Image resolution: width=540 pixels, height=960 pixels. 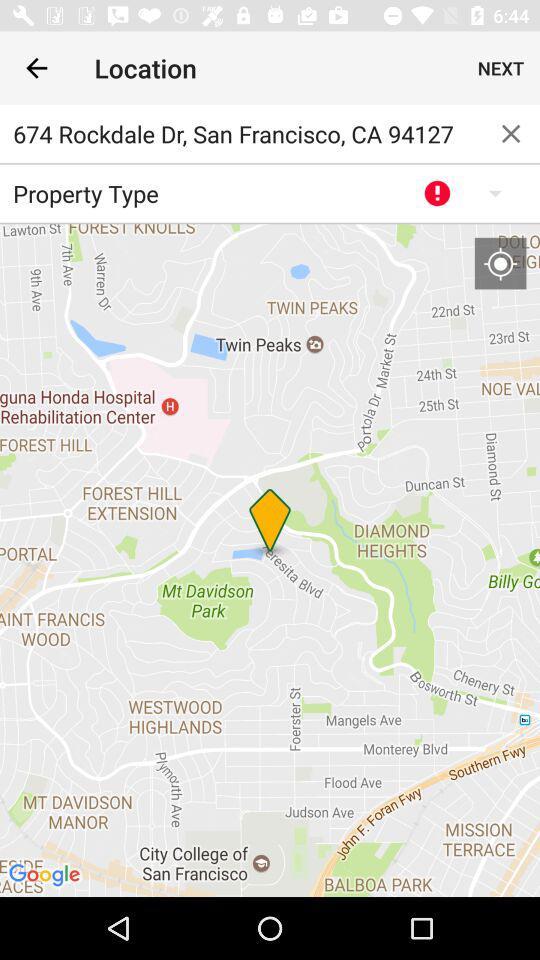 What do you see at coordinates (36, 68) in the screenshot?
I see `the icon next to the location` at bounding box center [36, 68].